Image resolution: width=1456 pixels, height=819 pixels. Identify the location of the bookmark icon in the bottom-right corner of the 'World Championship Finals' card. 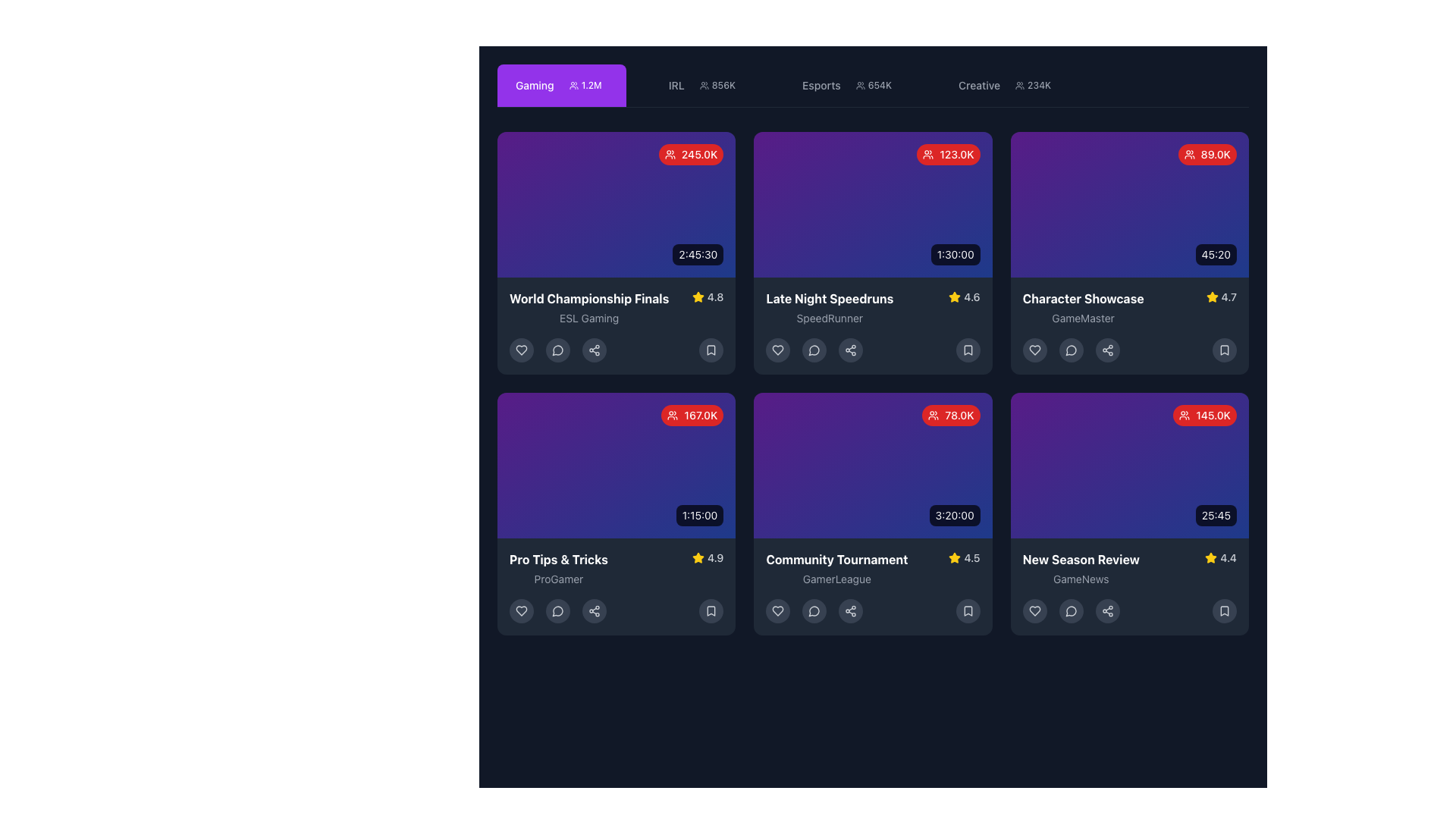
(711, 350).